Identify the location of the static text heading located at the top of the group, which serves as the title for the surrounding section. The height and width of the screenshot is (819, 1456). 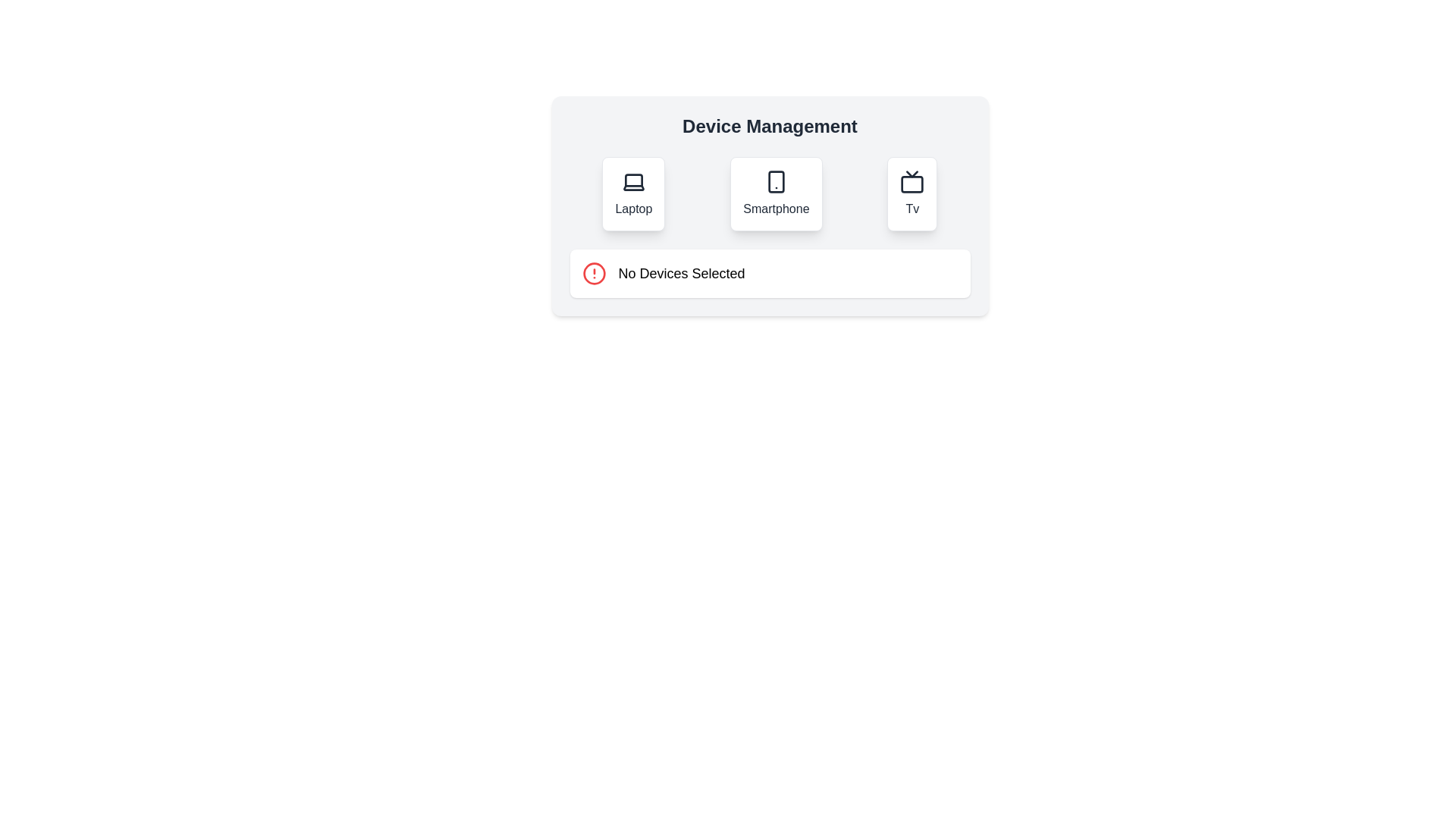
(770, 125).